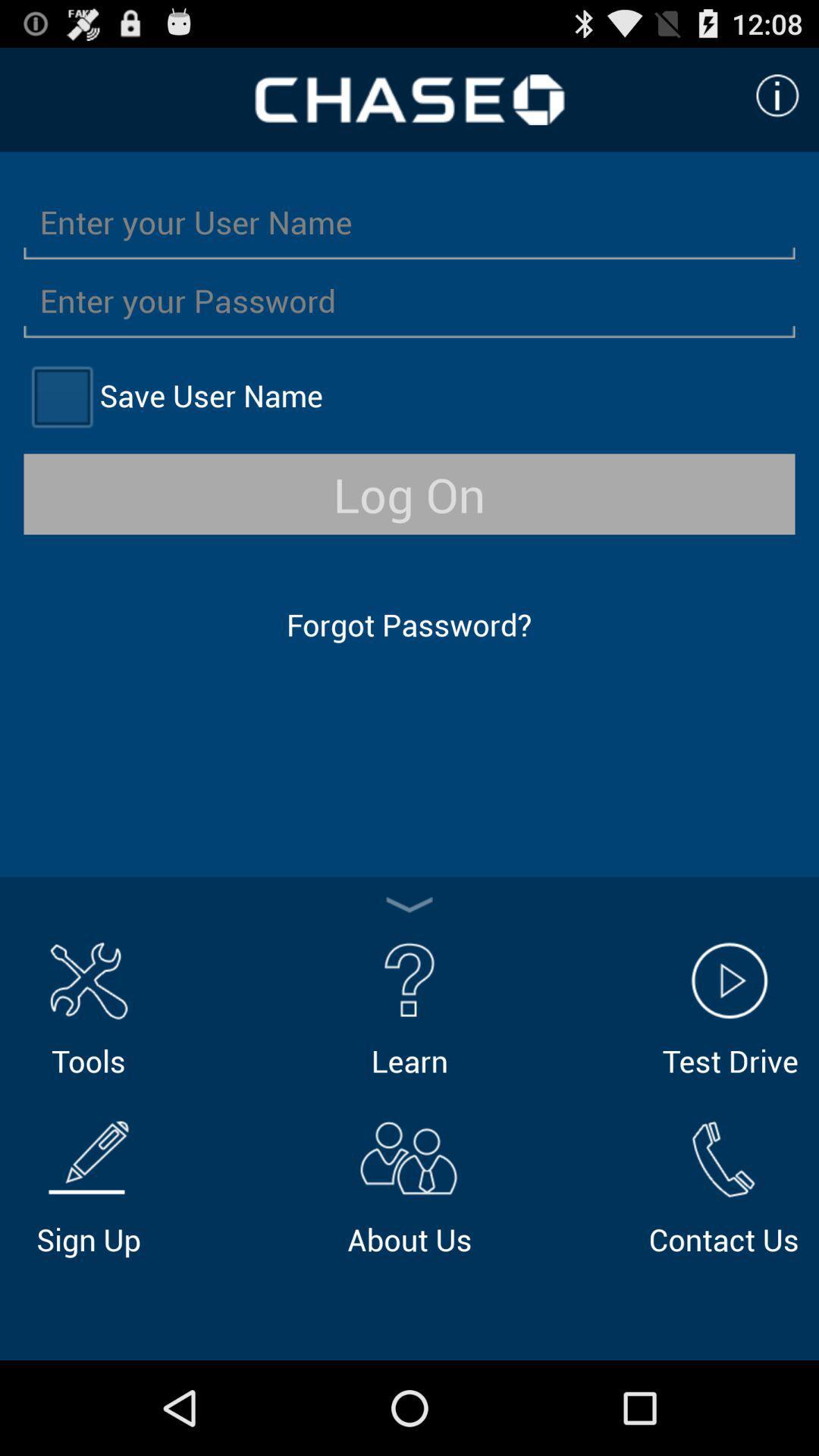 The image size is (819, 1456). I want to click on the icon next to the learn icon, so click(730, 1006).